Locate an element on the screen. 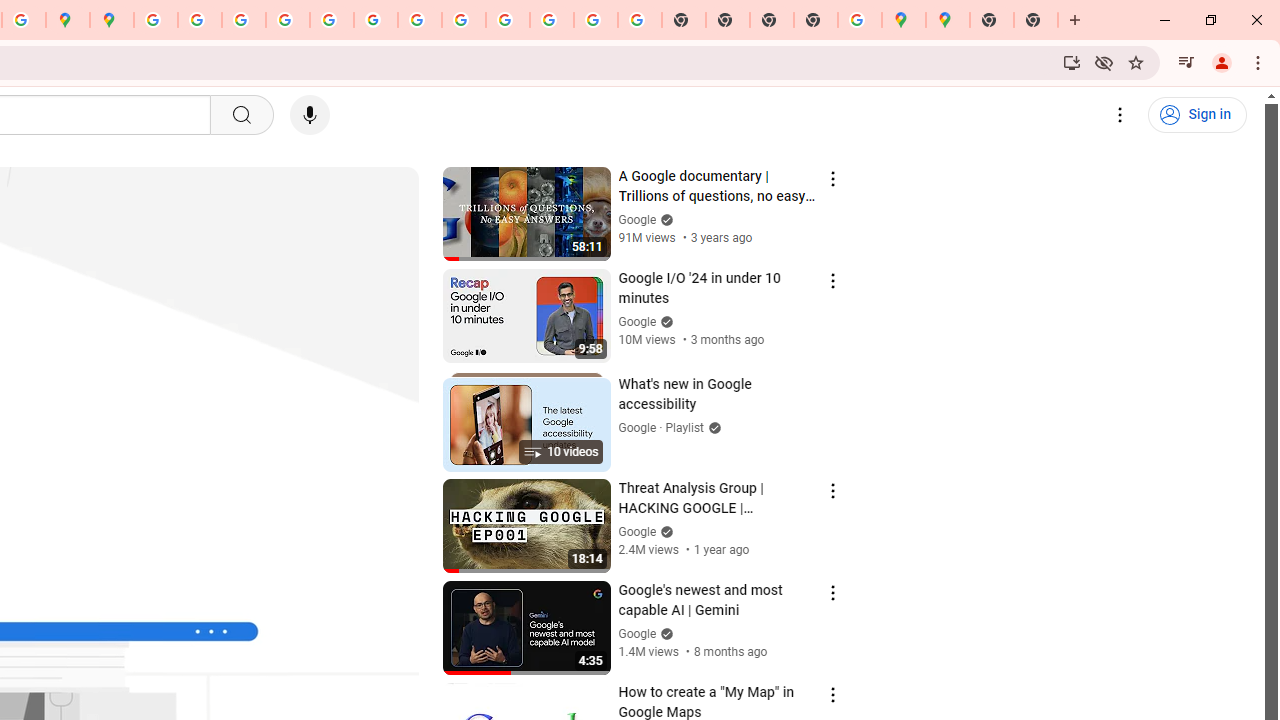 The height and width of the screenshot is (720, 1280). 'Google Maps' is located at coordinates (946, 20).